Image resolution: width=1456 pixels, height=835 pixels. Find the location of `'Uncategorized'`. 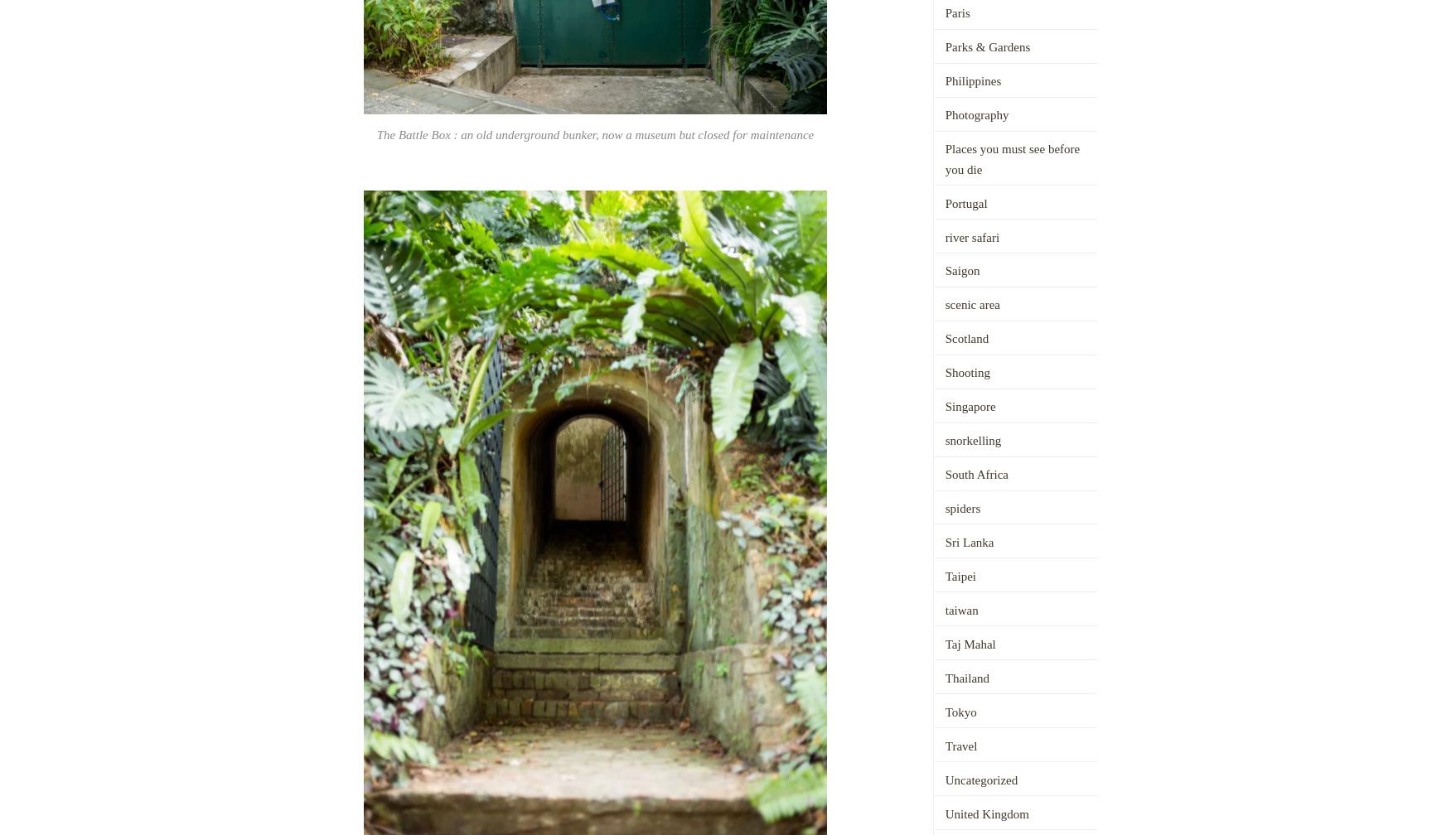

'Uncategorized' is located at coordinates (980, 779).